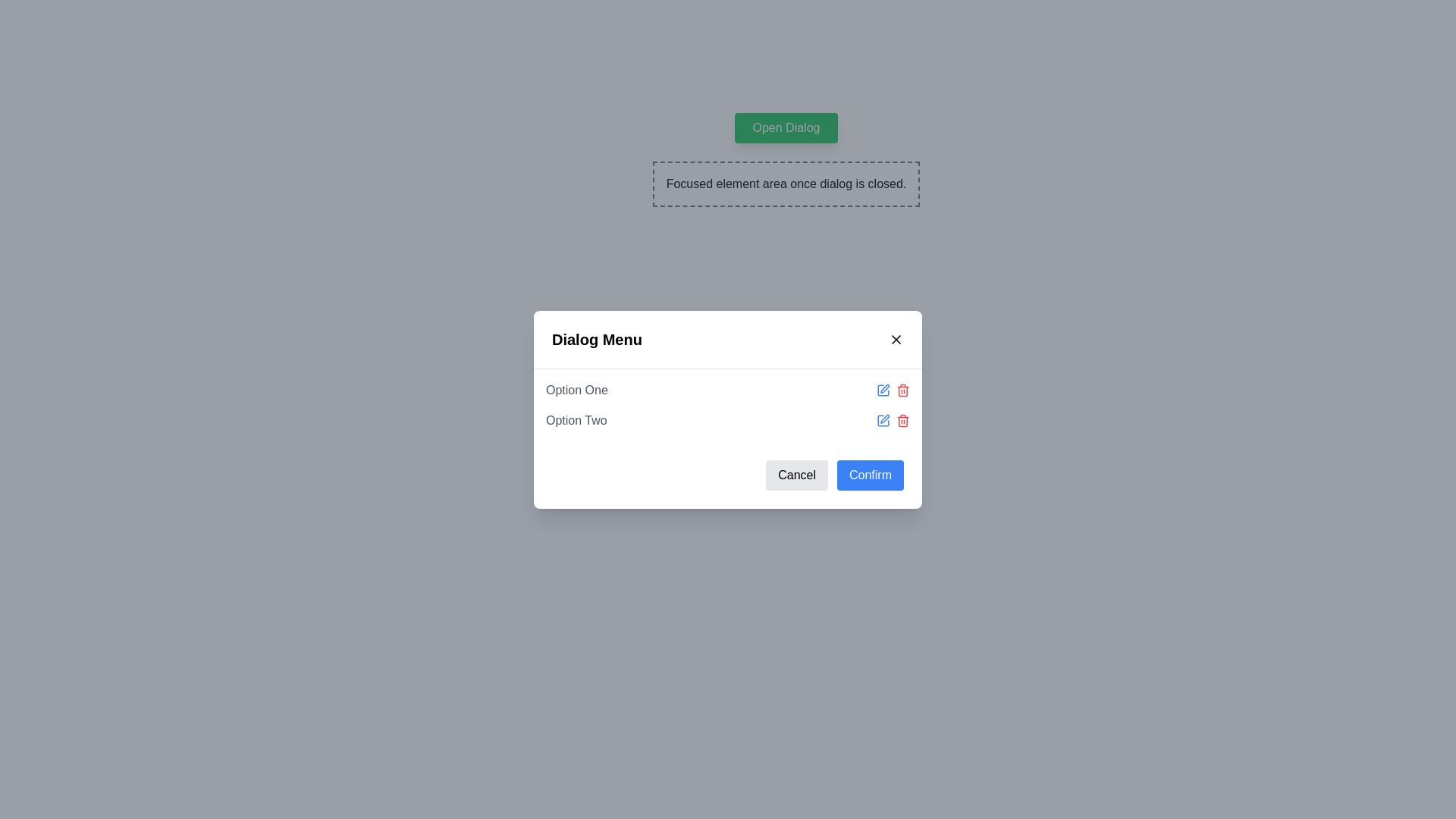 This screenshot has height=819, width=1456. I want to click on the edit icon button, so click(883, 389).